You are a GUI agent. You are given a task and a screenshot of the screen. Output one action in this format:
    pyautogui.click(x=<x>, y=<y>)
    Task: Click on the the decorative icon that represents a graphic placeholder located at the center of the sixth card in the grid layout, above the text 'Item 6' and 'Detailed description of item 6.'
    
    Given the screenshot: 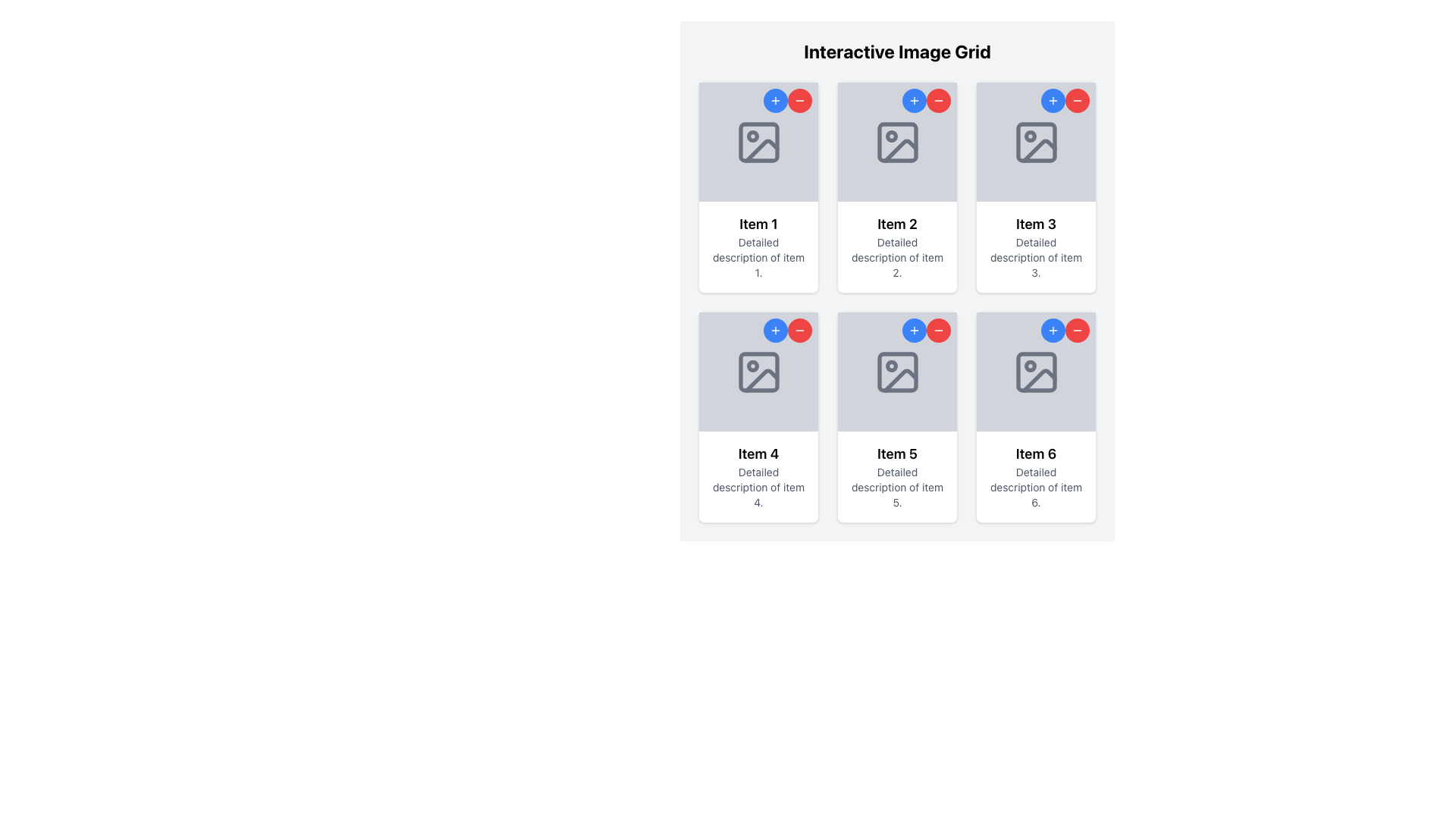 What is the action you would take?
    pyautogui.click(x=1035, y=372)
    